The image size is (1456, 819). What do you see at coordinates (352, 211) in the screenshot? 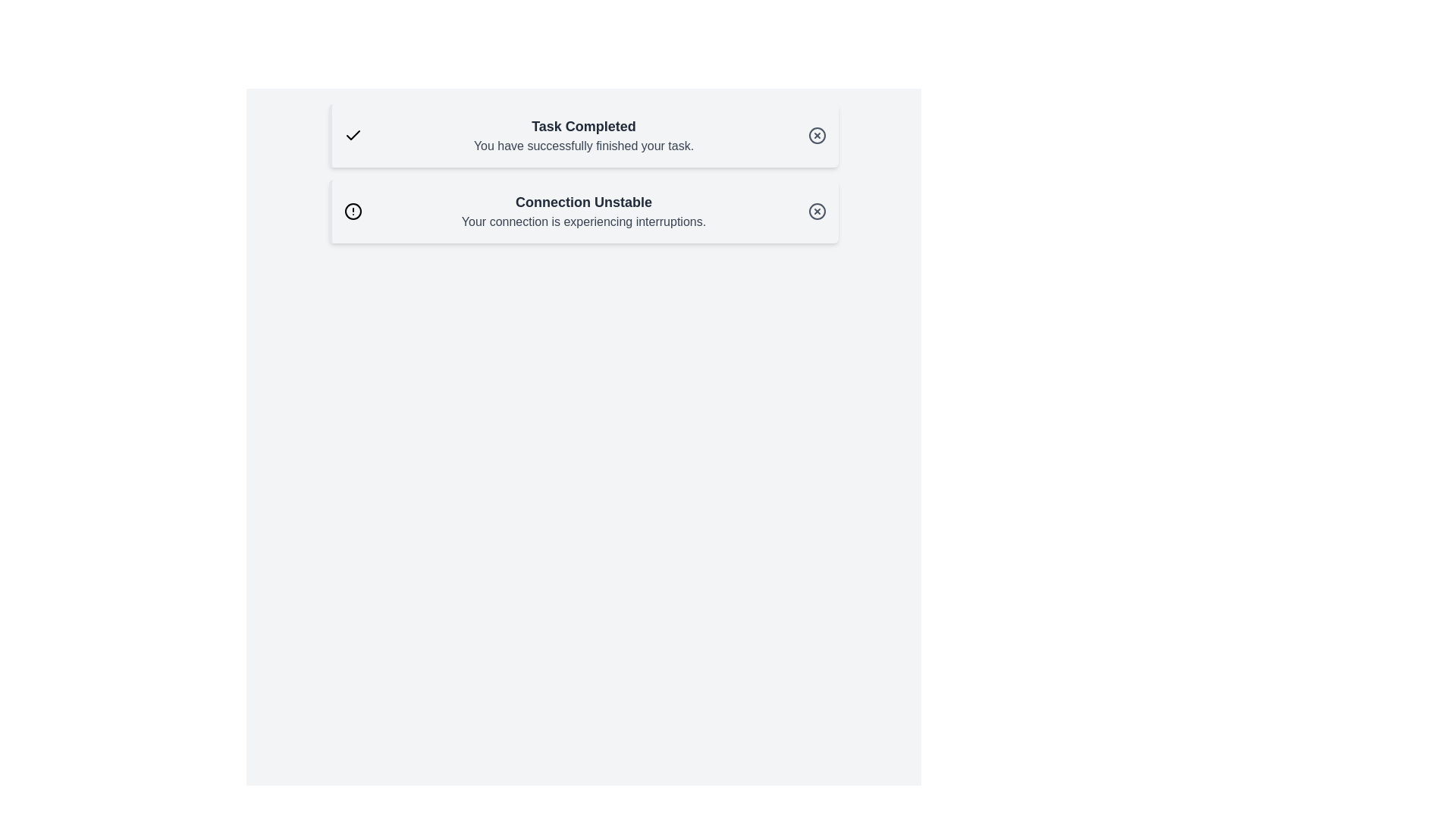
I see `the circular icon indicating 'Connection Unstable' in the notification panel` at bounding box center [352, 211].